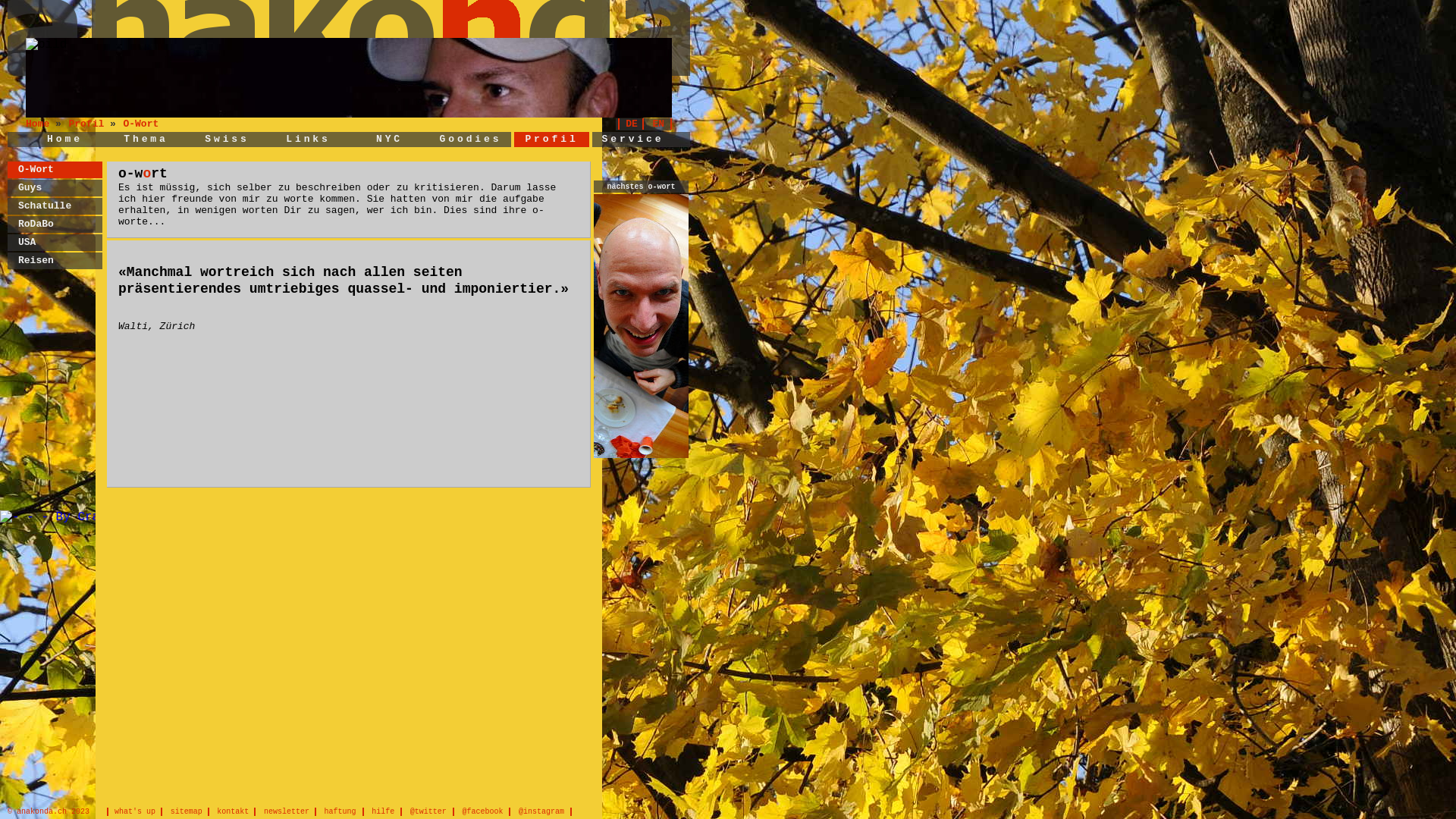  What do you see at coordinates (134, 811) in the screenshot?
I see `'what's up'` at bounding box center [134, 811].